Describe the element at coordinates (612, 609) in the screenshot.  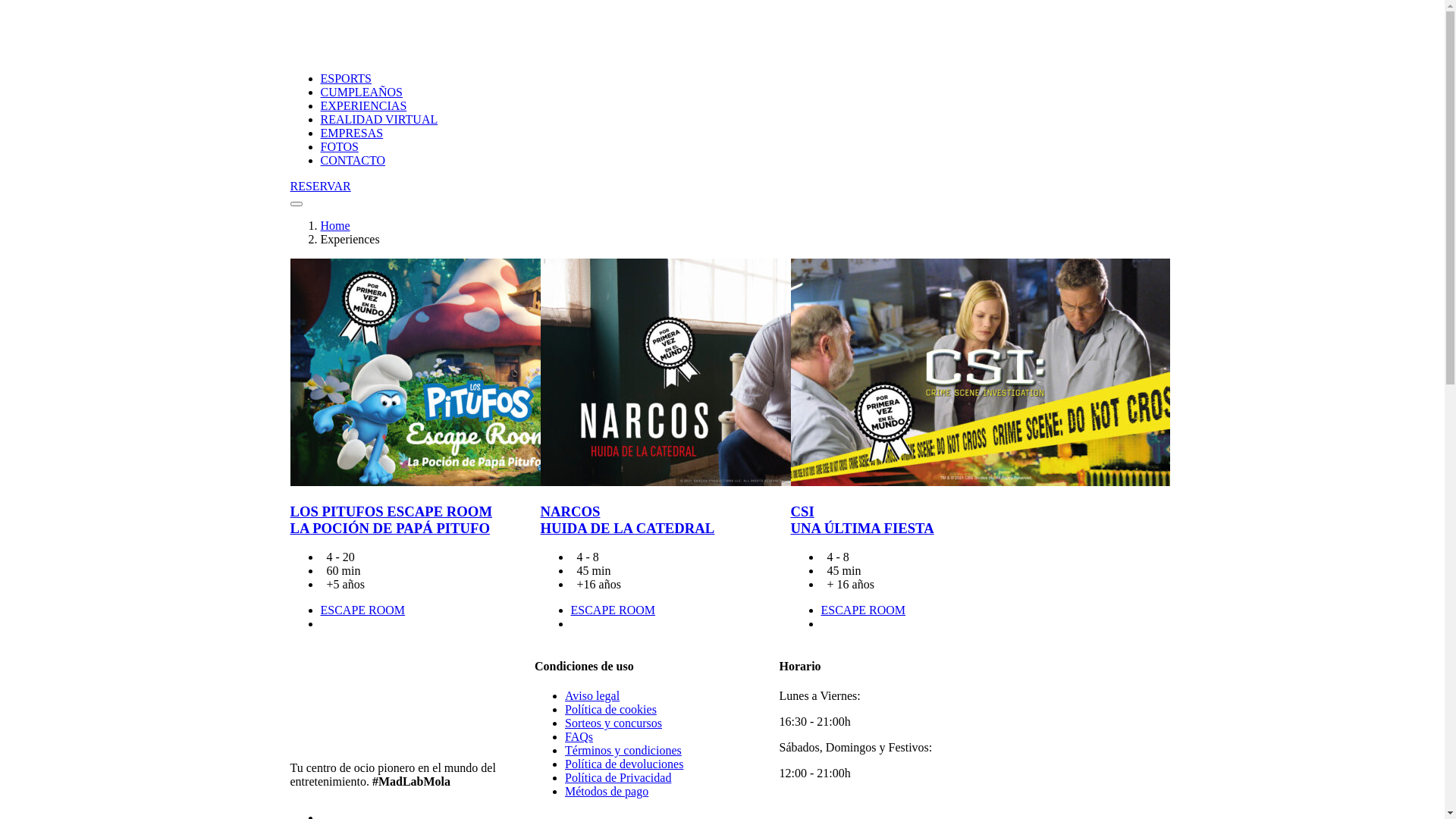
I see `'ESCAPE ROOM'` at that location.